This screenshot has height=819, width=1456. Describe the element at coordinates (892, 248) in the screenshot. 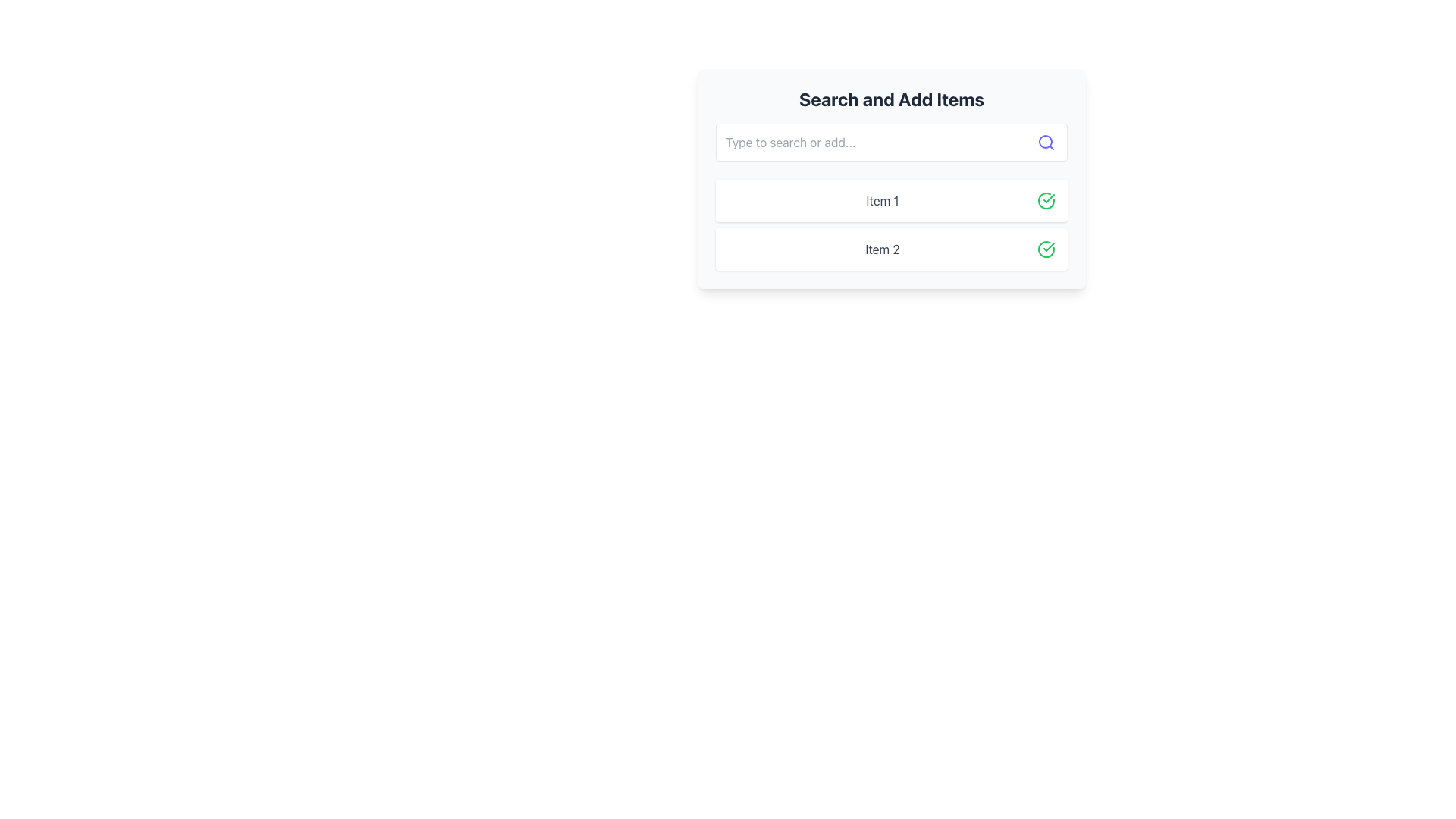

I see `the second list item labeled 'Item 2' with a green checkmark icon` at that location.